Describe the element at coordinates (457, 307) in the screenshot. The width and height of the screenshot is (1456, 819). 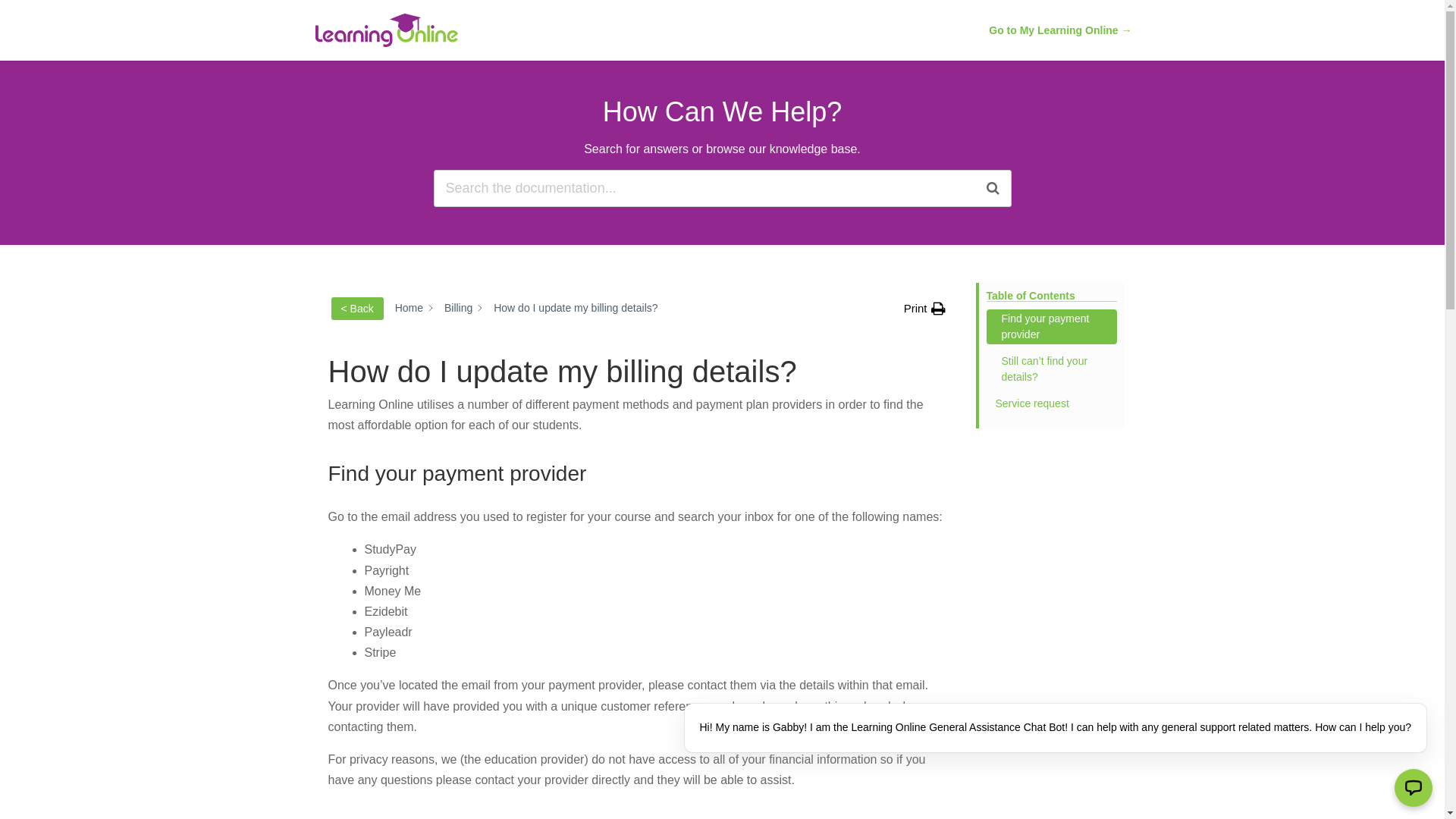
I see `'Billing'` at that location.